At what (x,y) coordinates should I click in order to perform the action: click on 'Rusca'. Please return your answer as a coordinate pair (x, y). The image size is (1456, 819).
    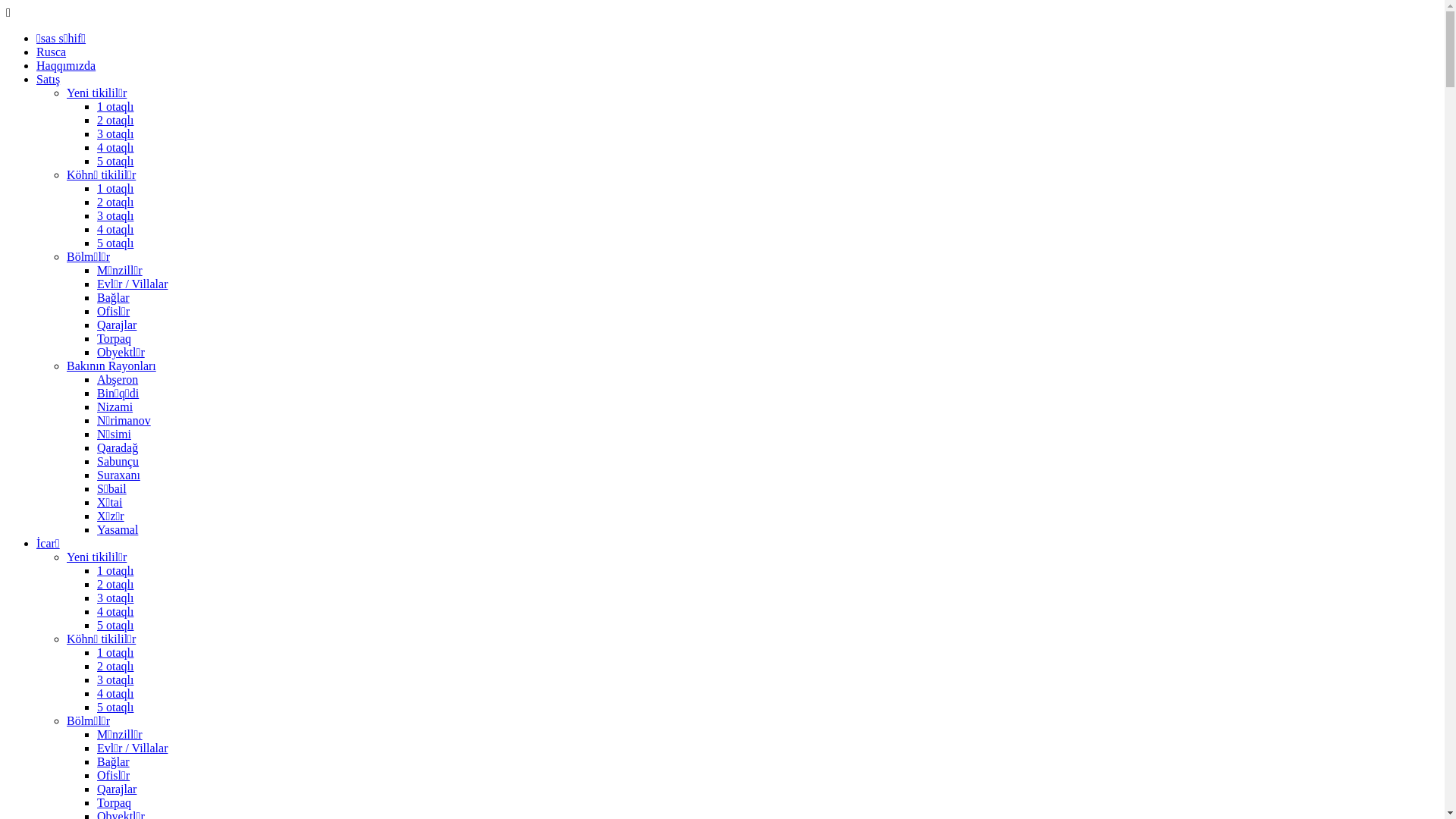
    Looking at the image, I should click on (51, 51).